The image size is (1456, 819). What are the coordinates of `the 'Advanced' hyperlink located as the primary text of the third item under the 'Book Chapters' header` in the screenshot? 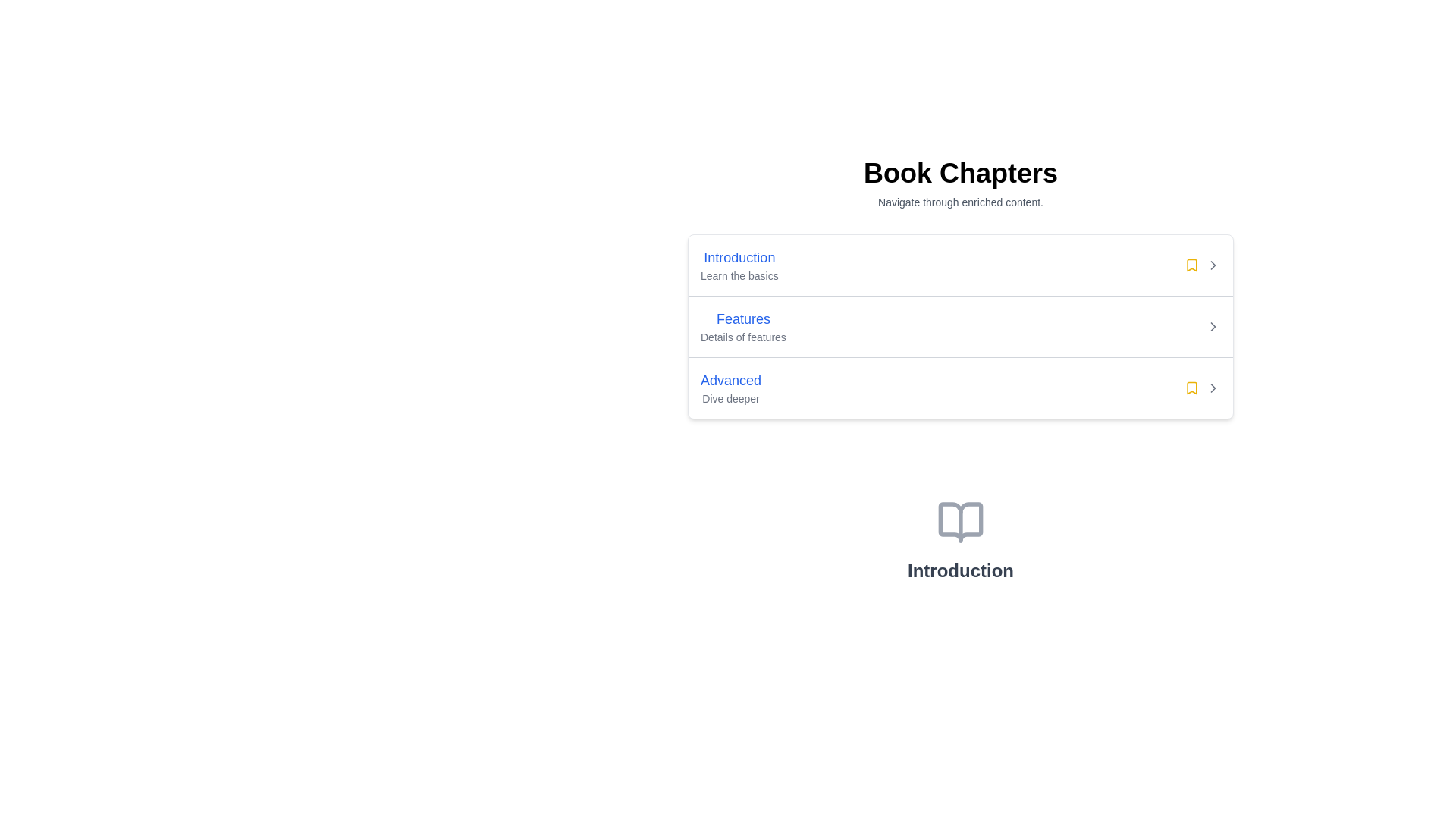 It's located at (731, 379).